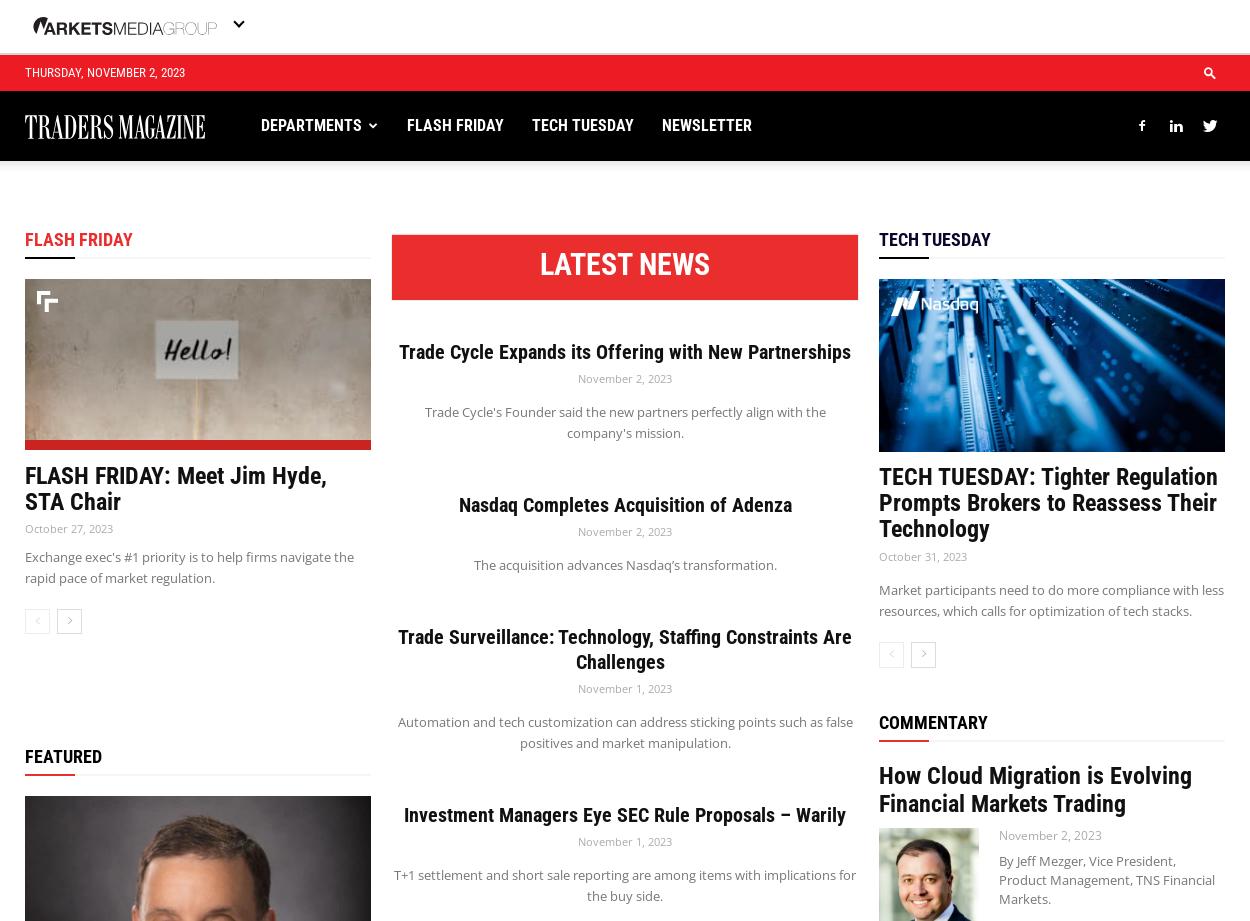 This screenshot has height=921, width=1250. I want to click on 'FLASH FRIDAY', so click(78, 237).